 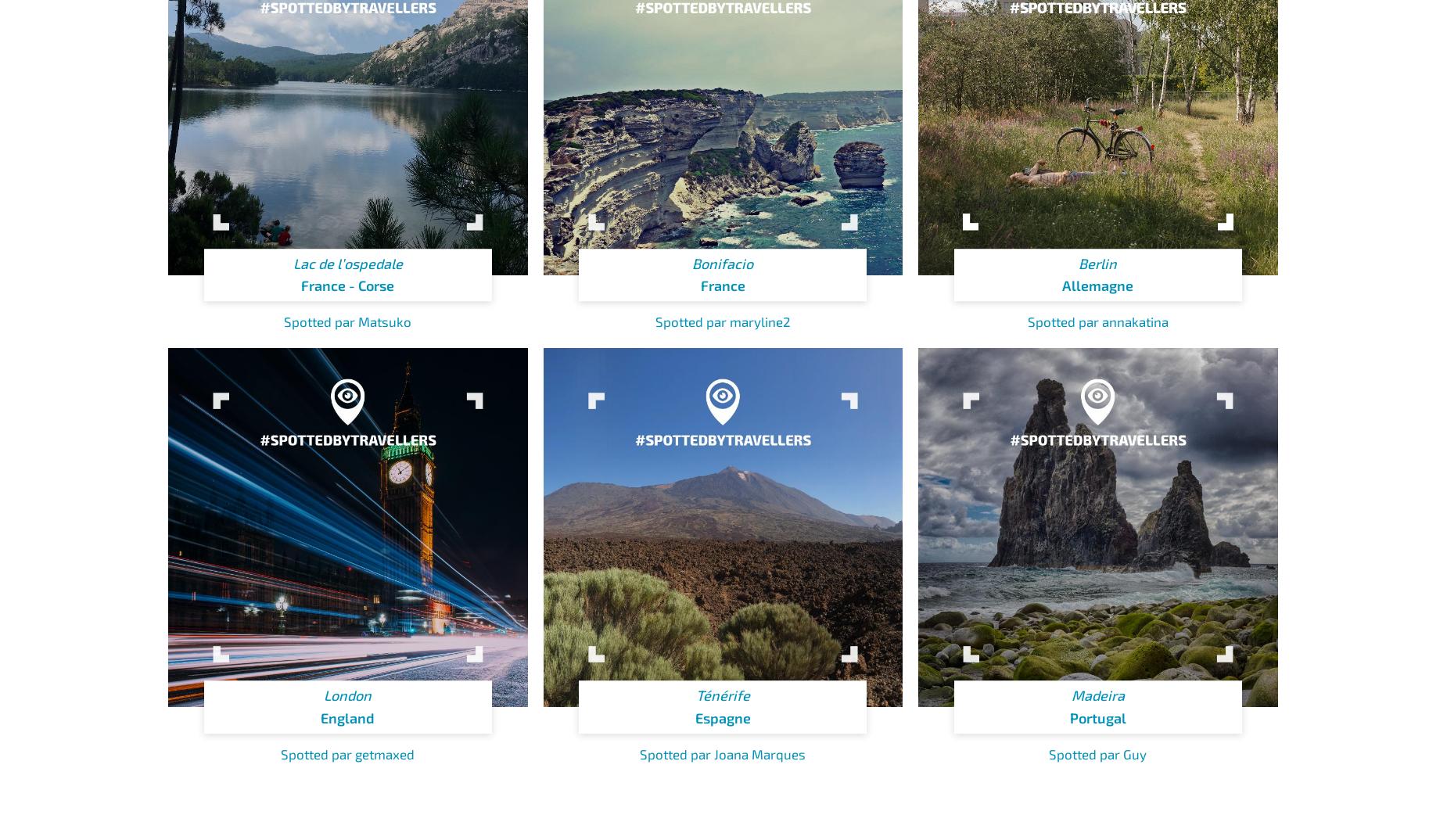 What do you see at coordinates (1097, 261) in the screenshot?
I see `'Berlin'` at bounding box center [1097, 261].